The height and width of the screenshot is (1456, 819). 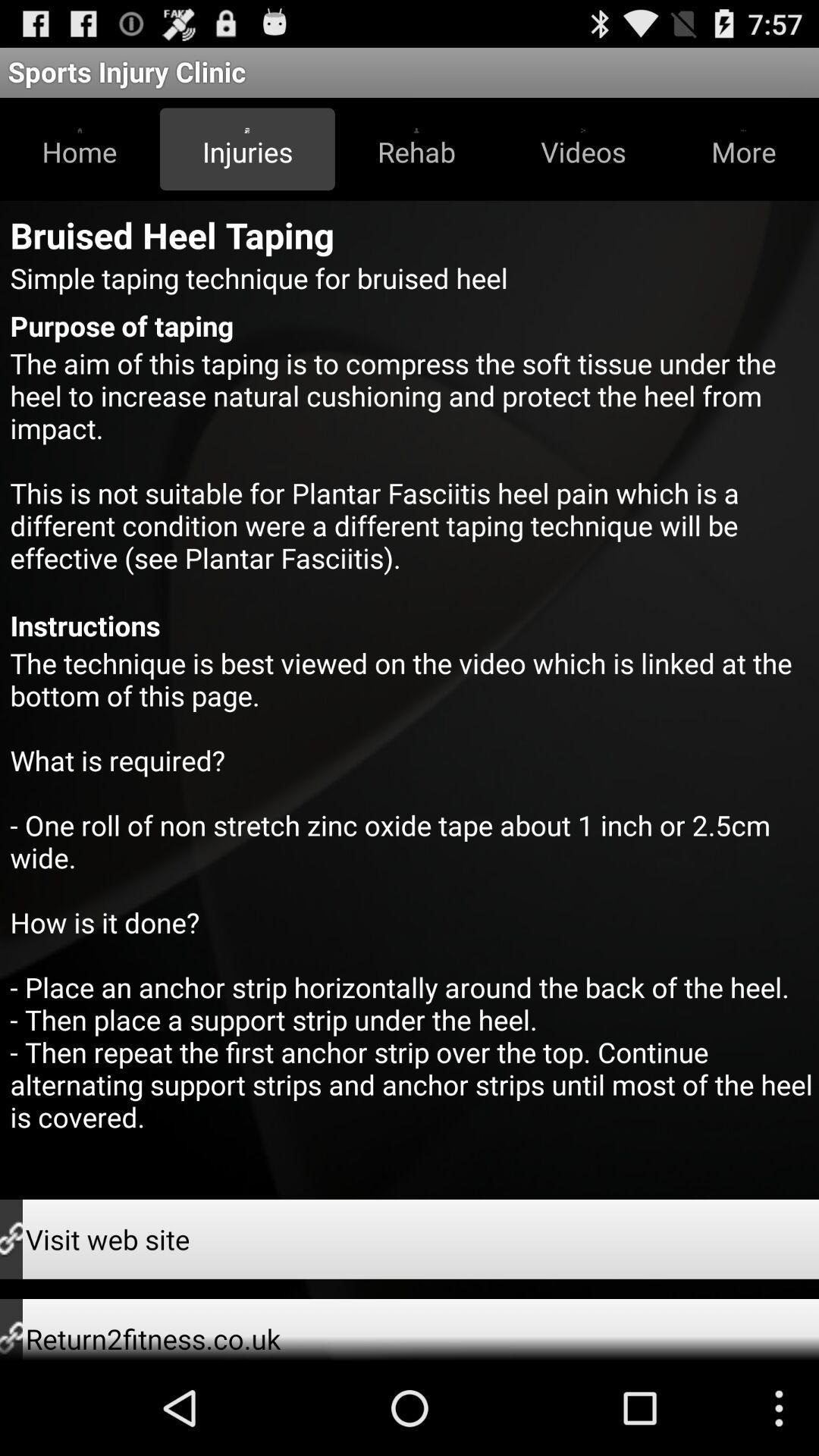 I want to click on the icon next to rehab item, so click(x=582, y=149).